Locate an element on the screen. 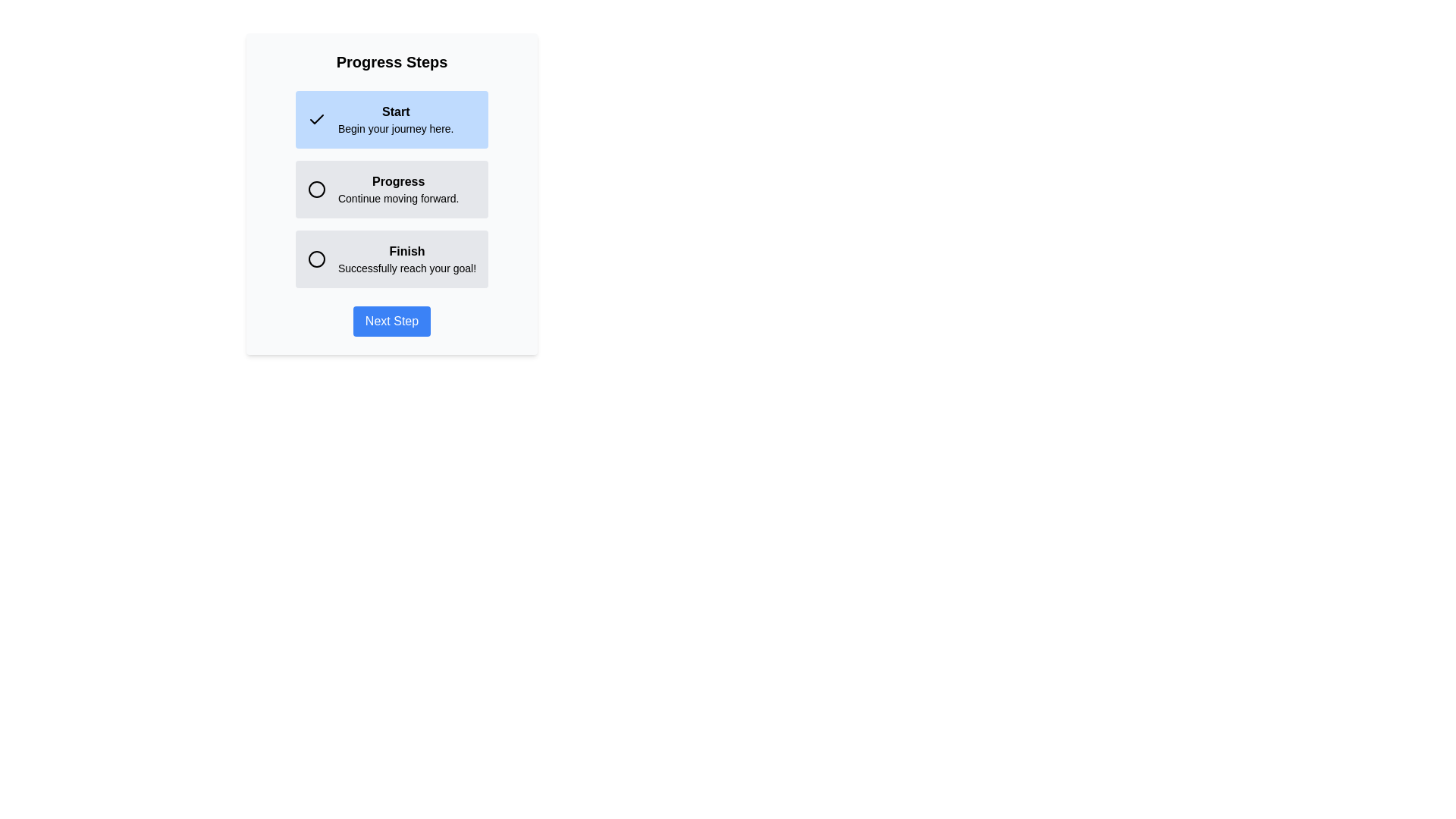 The height and width of the screenshot is (819, 1456). the inner circle of the 'Finish' status indicator icon, which is part of the progress indicator list is located at coordinates (315, 259).